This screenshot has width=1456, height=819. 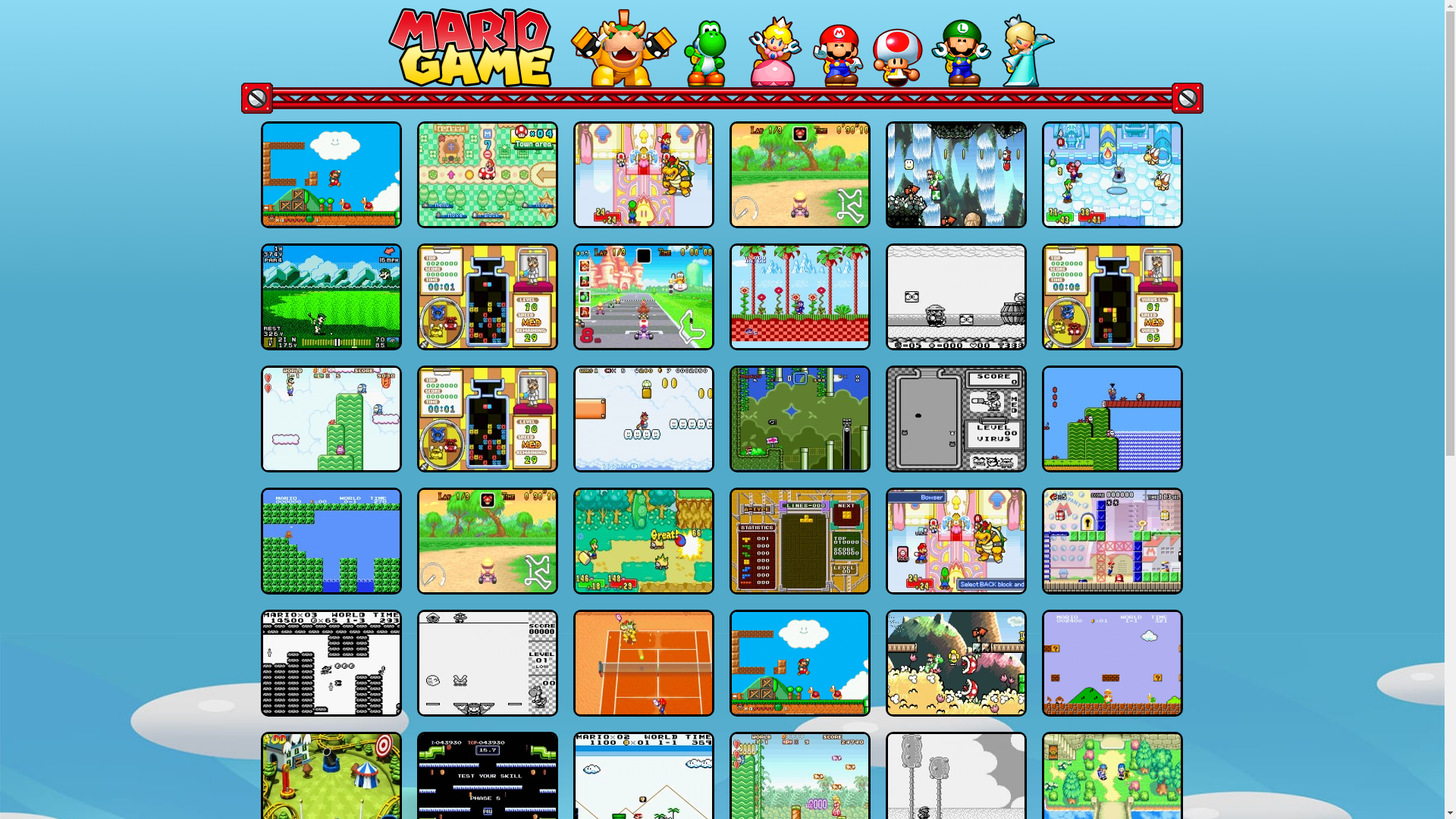 I want to click on 'Mario Pinball Land', so click(x=330, y=783).